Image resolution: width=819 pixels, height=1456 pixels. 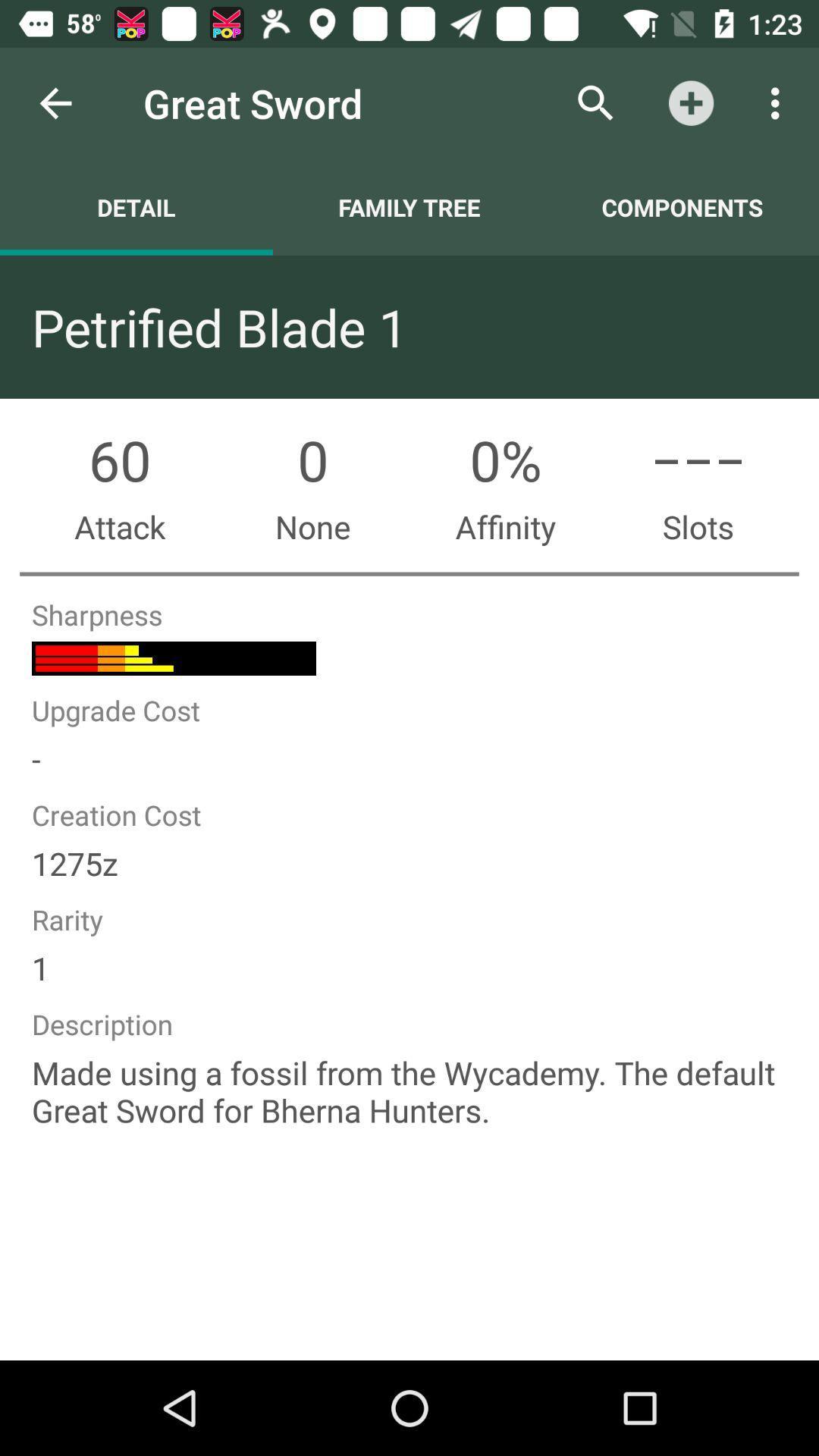 I want to click on item to the left of great sword icon, so click(x=55, y=102).